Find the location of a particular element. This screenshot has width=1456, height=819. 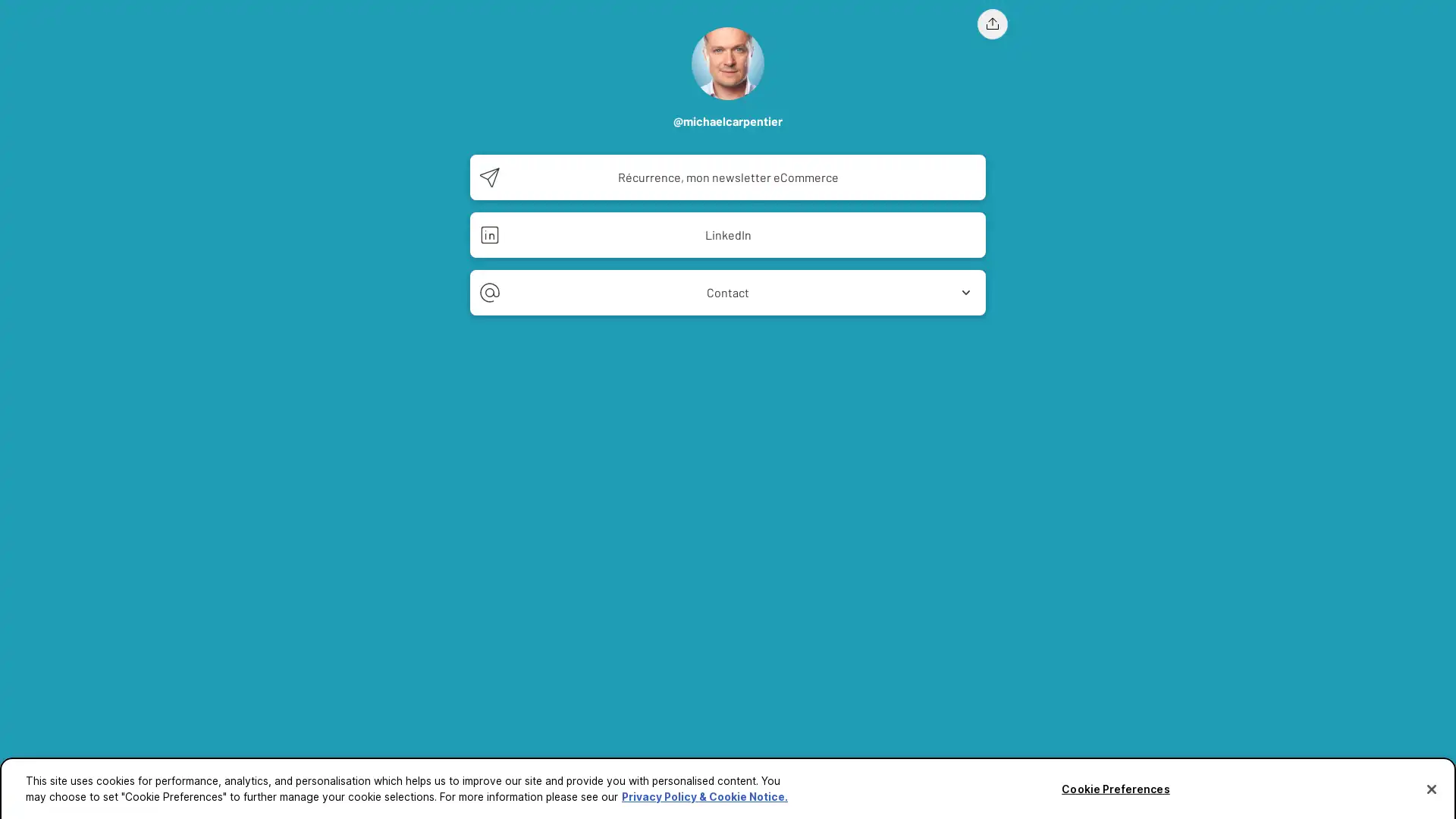

Cookie Preferences is located at coordinates (40, 796).